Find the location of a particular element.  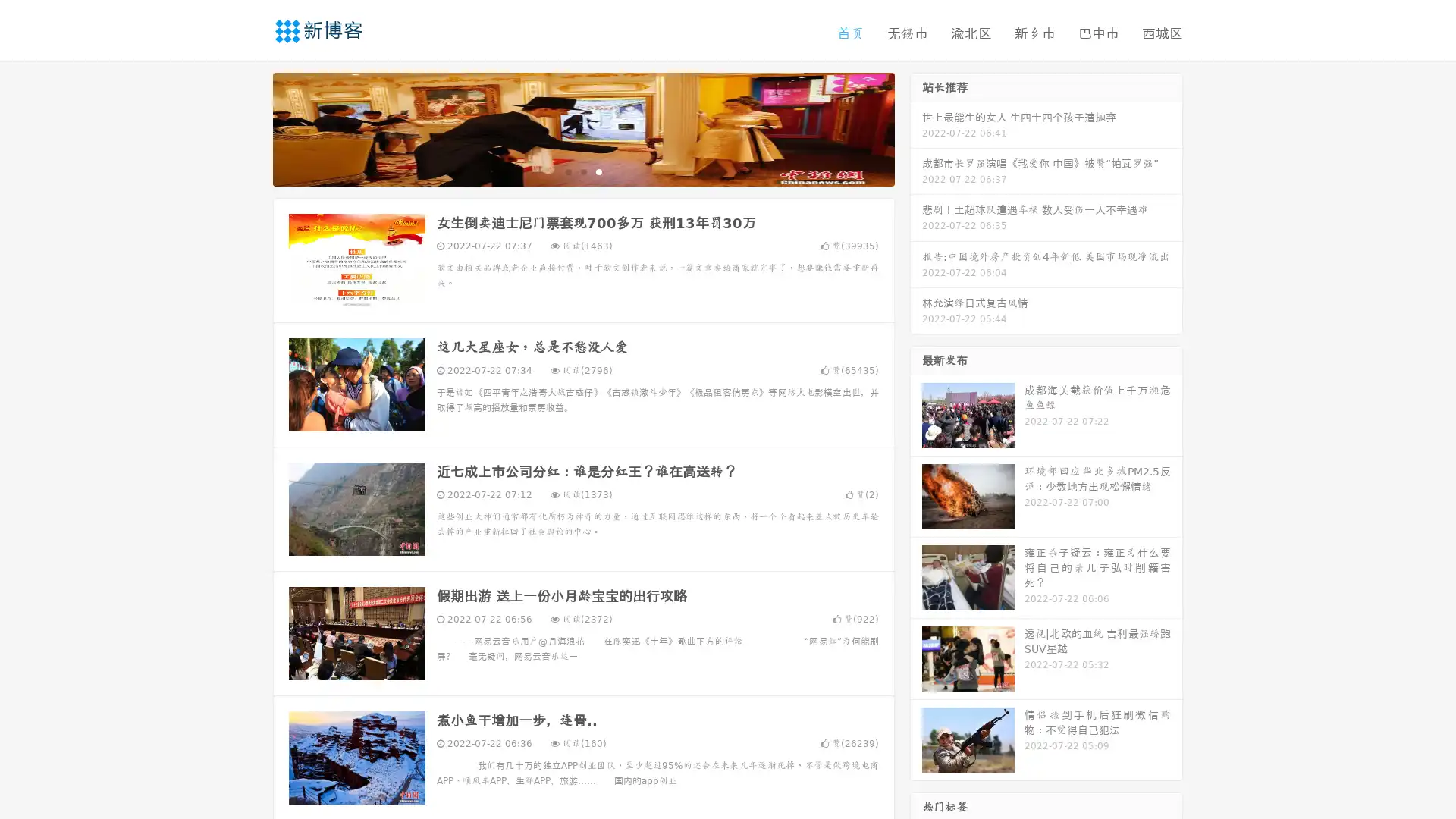

Next slide is located at coordinates (916, 127).